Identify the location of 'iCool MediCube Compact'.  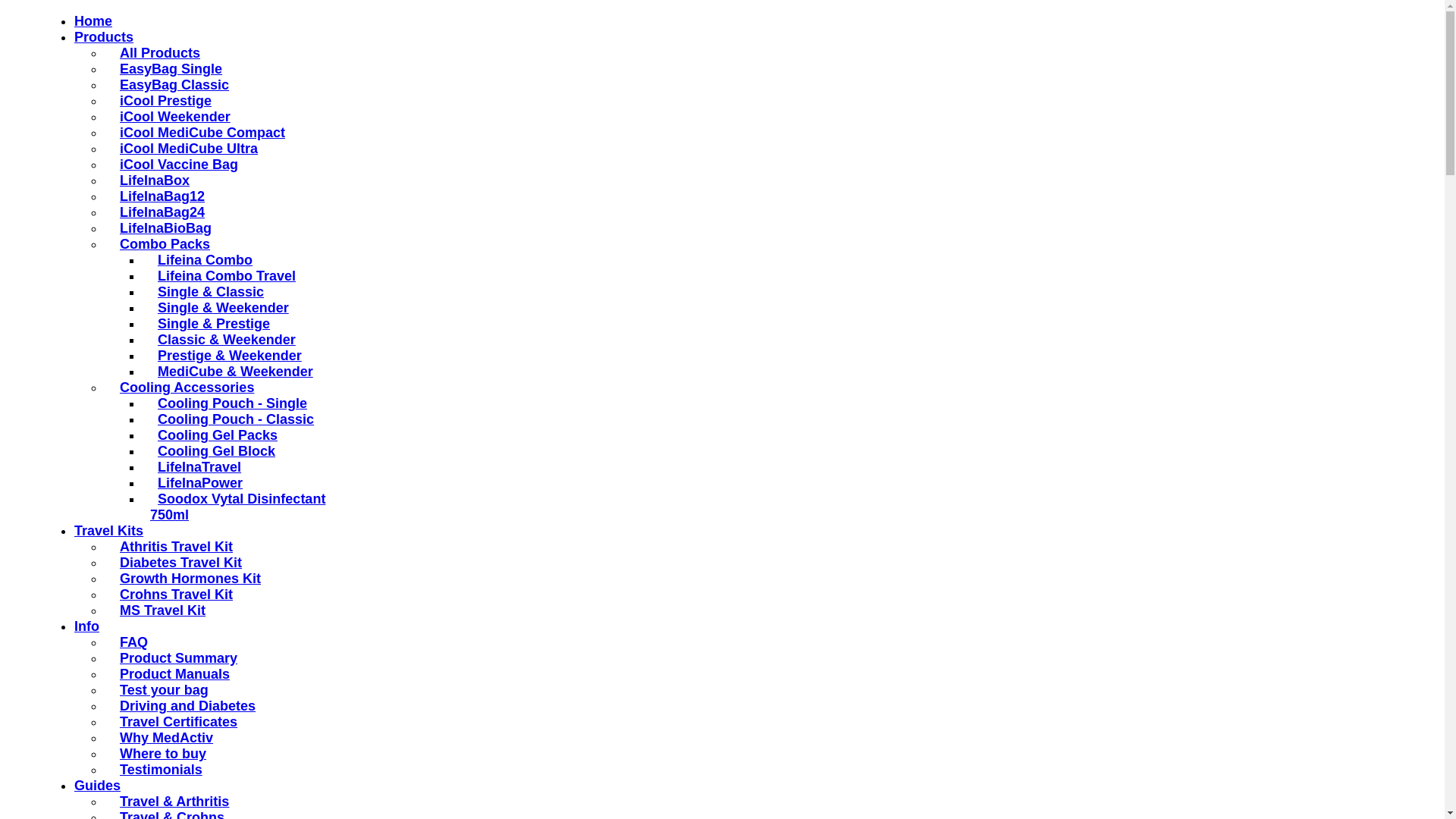
(198, 131).